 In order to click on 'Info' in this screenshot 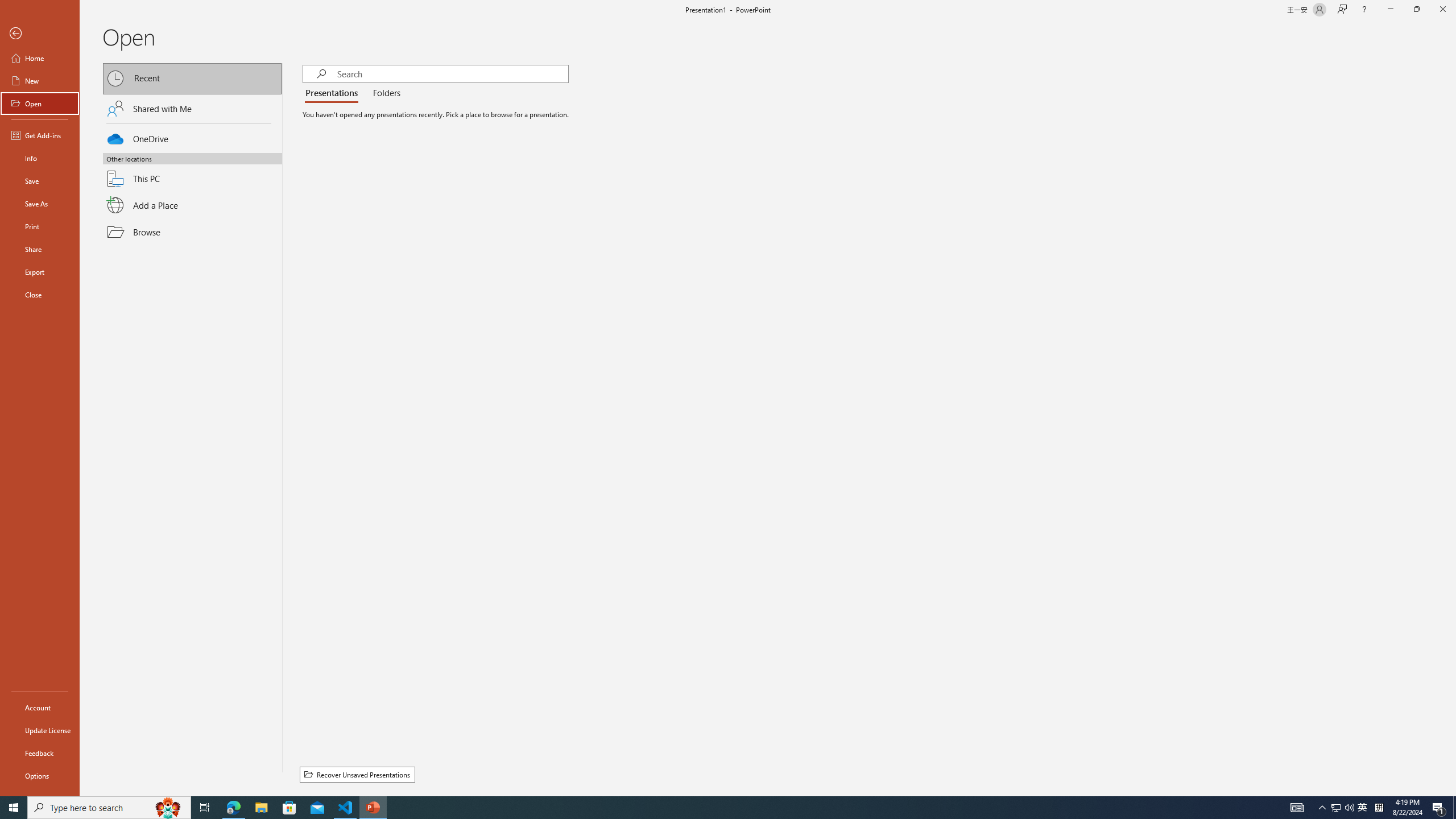, I will do `click(39, 157)`.